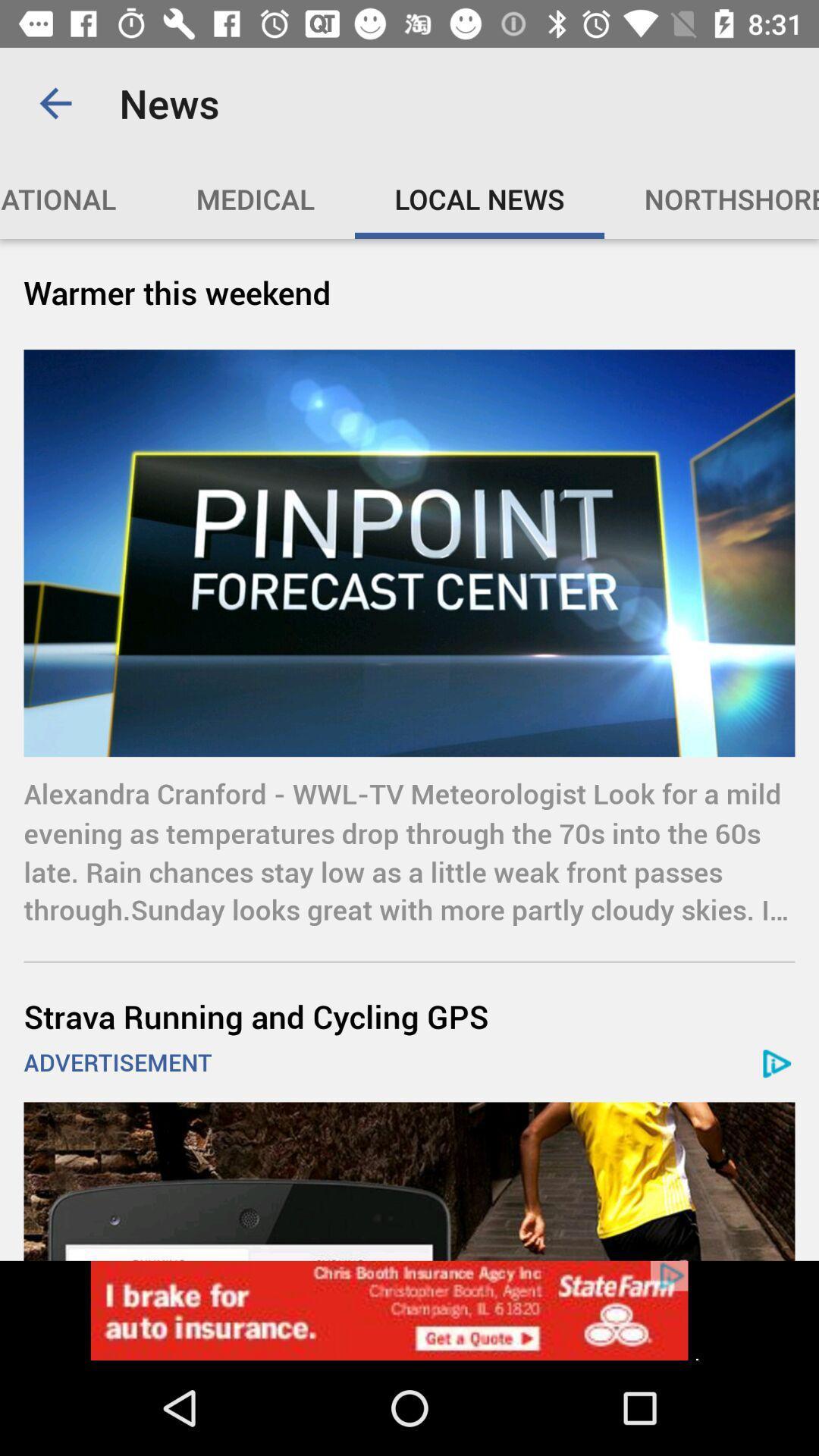 The height and width of the screenshot is (1456, 819). What do you see at coordinates (55, 102) in the screenshot?
I see `the item above national icon` at bounding box center [55, 102].